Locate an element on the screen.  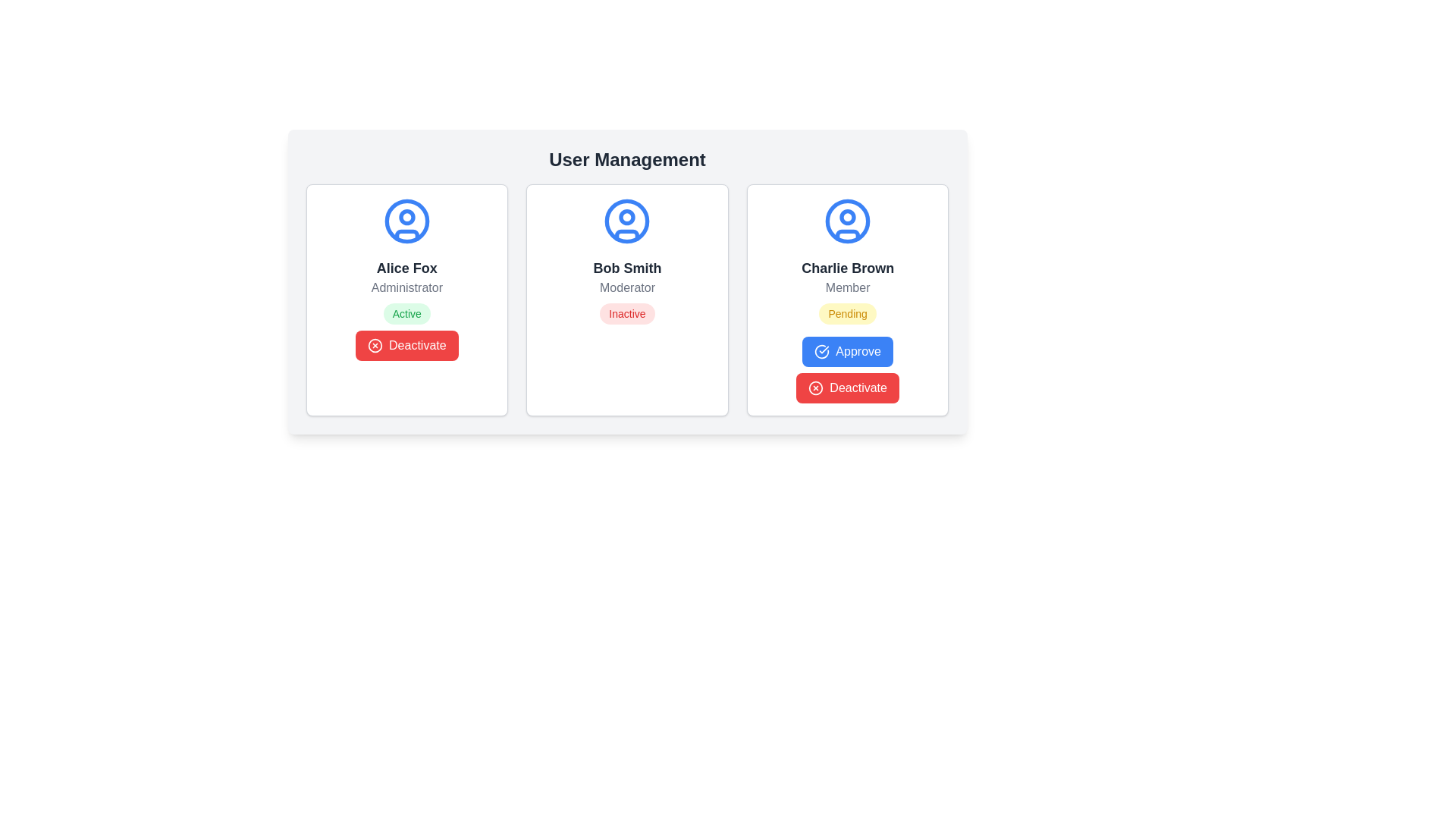
the circular user icon representing the user 'Charlie Brown', which is styled in blue and located above the name in the user card interface is located at coordinates (847, 221).